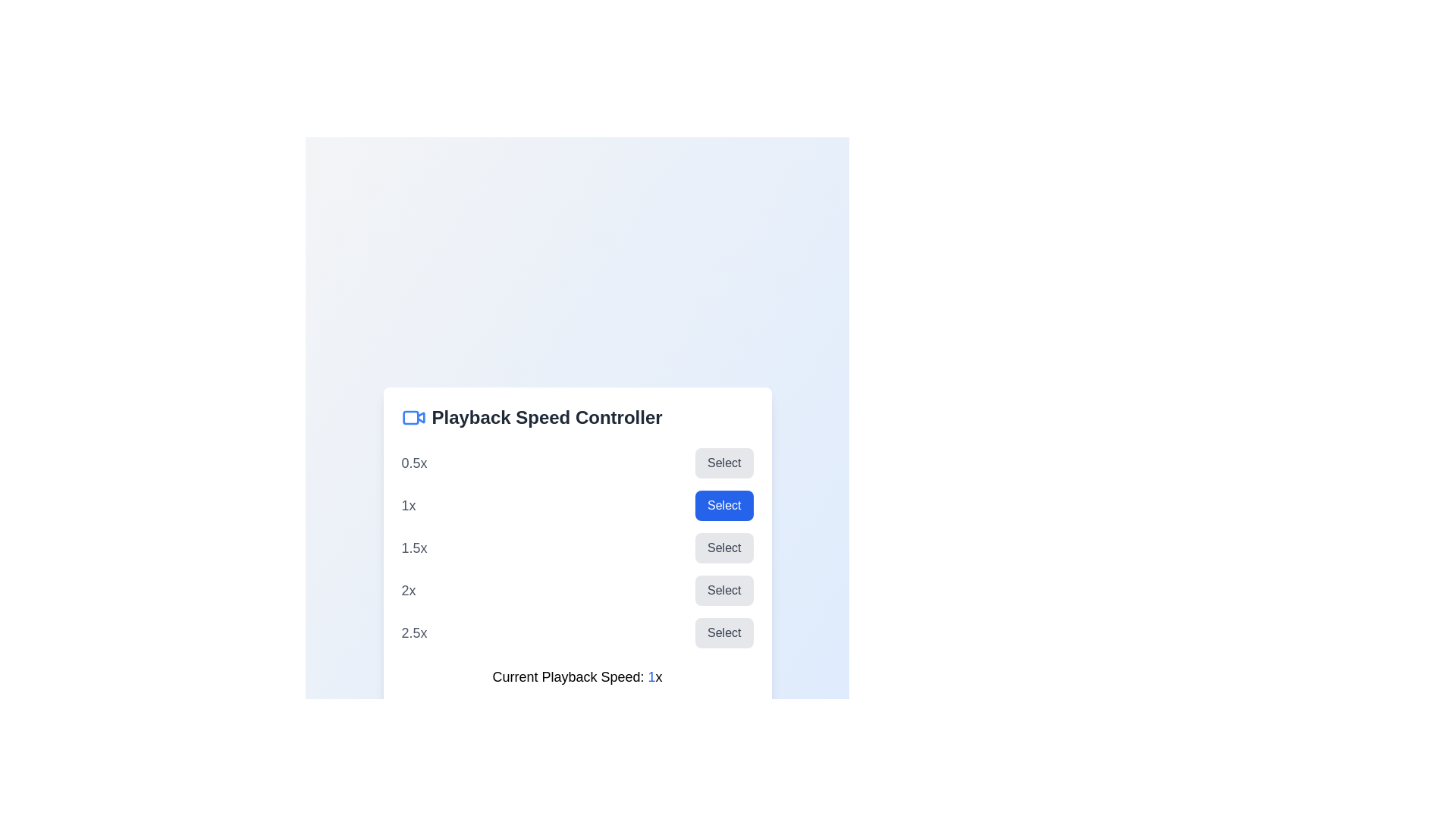 The image size is (1456, 819). What do you see at coordinates (576, 548) in the screenshot?
I see `the 'Select' button in the playback speed options to choose the speed of '1.5x'` at bounding box center [576, 548].